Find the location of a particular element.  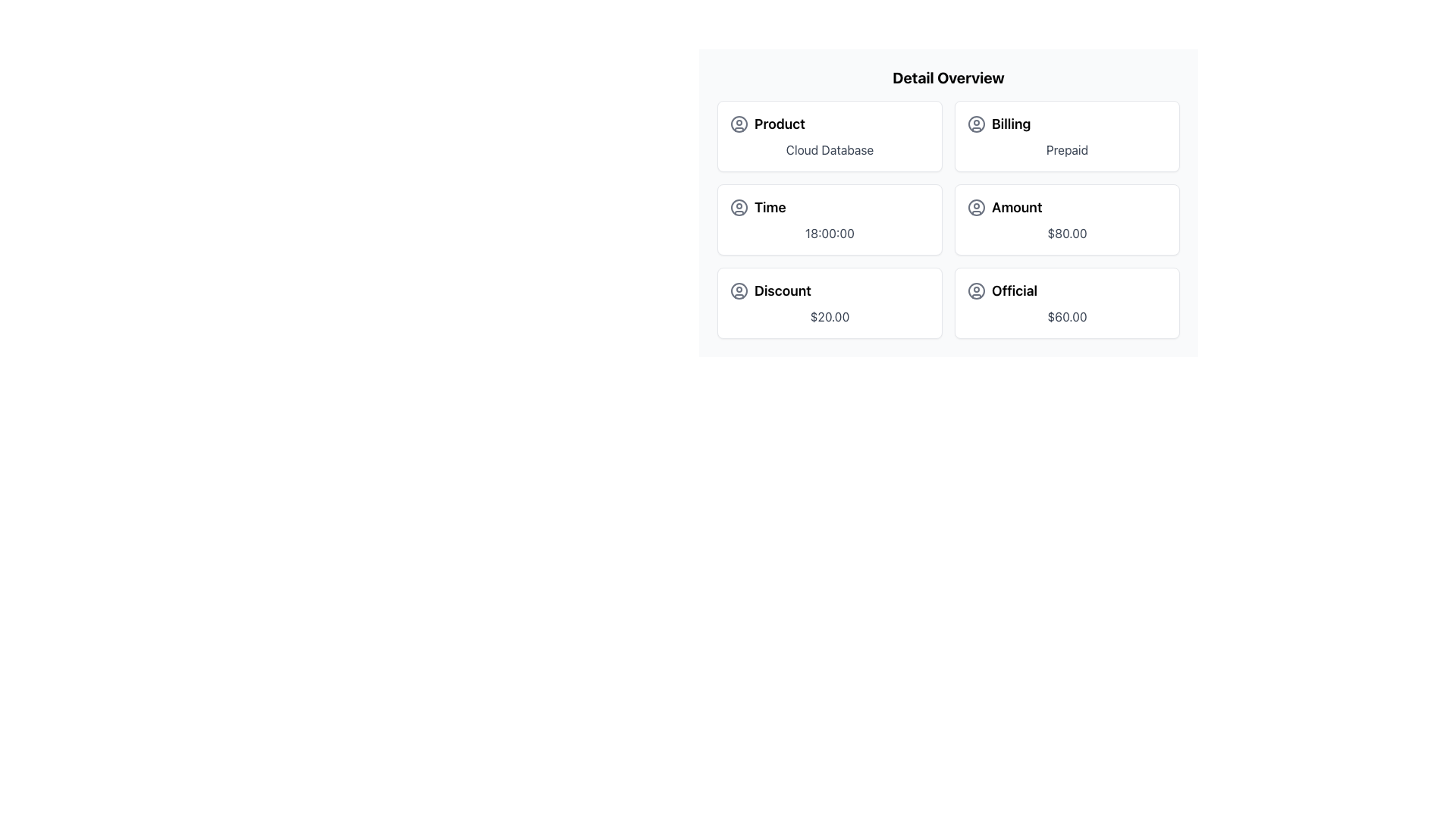

the bold text title labeled 'Detail Overview', which is positioned at the top of the content section above a grid of detailed items is located at coordinates (948, 78).